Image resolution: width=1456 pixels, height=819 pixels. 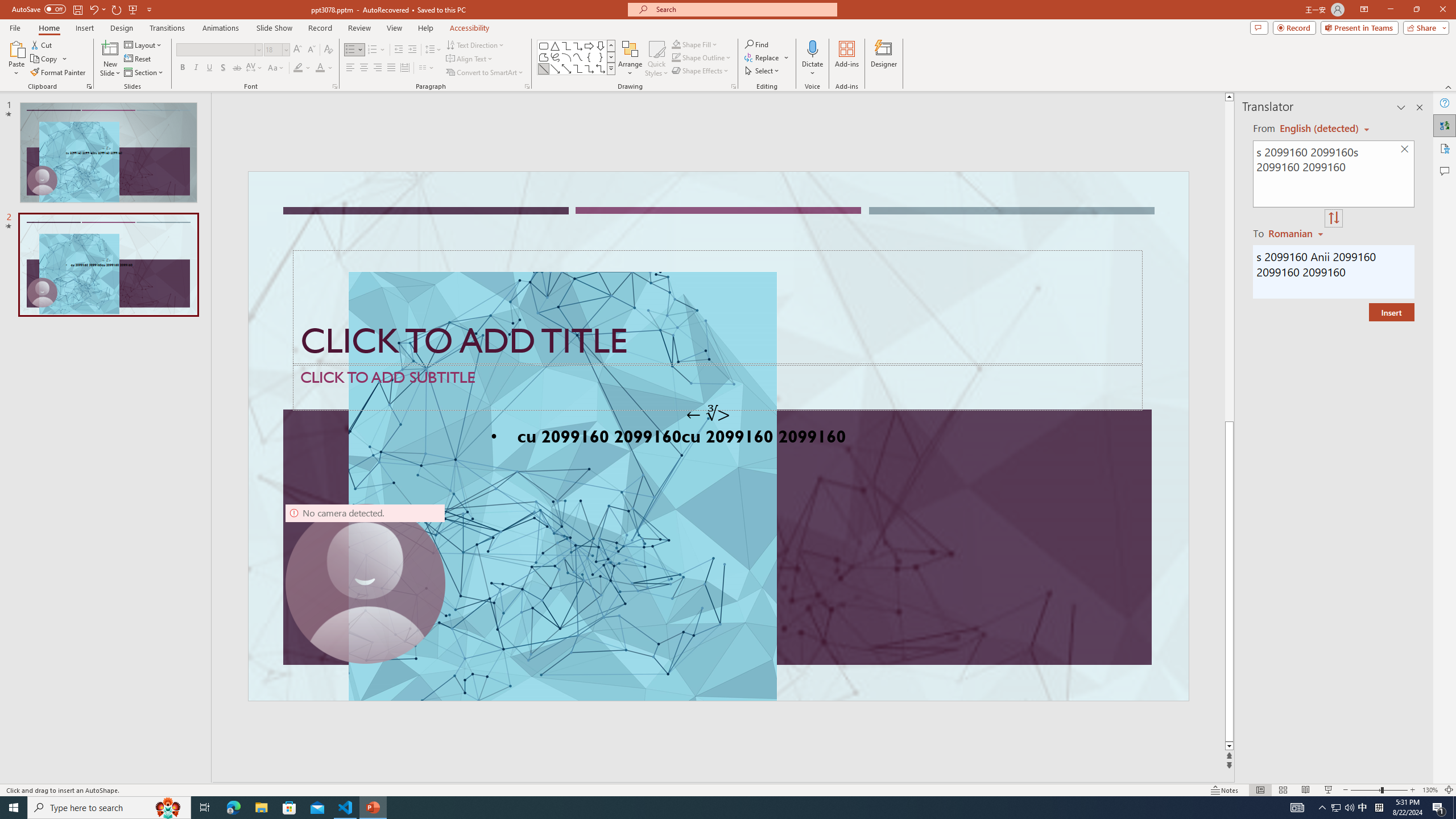 I want to click on 'Czech', so click(x=1296, y=233).